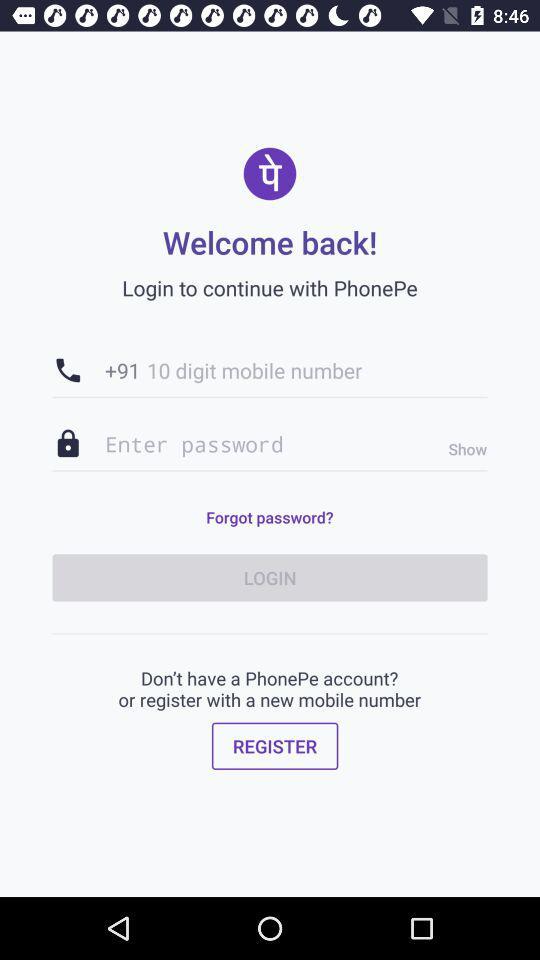 Image resolution: width=540 pixels, height=960 pixels. Describe the element at coordinates (269, 516) in the screenshot. I see `the icon above login icon` at that location.